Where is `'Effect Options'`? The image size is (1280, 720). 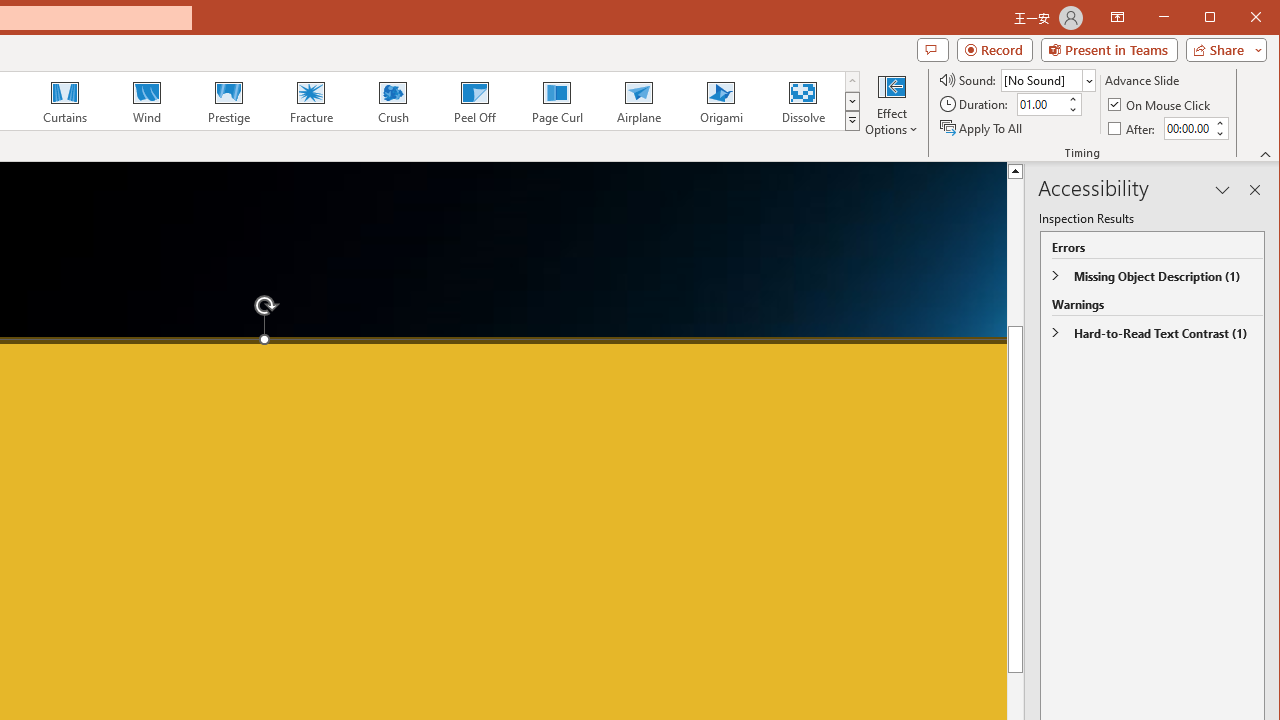 'Effect Options' is located at coordinates (891, 104).